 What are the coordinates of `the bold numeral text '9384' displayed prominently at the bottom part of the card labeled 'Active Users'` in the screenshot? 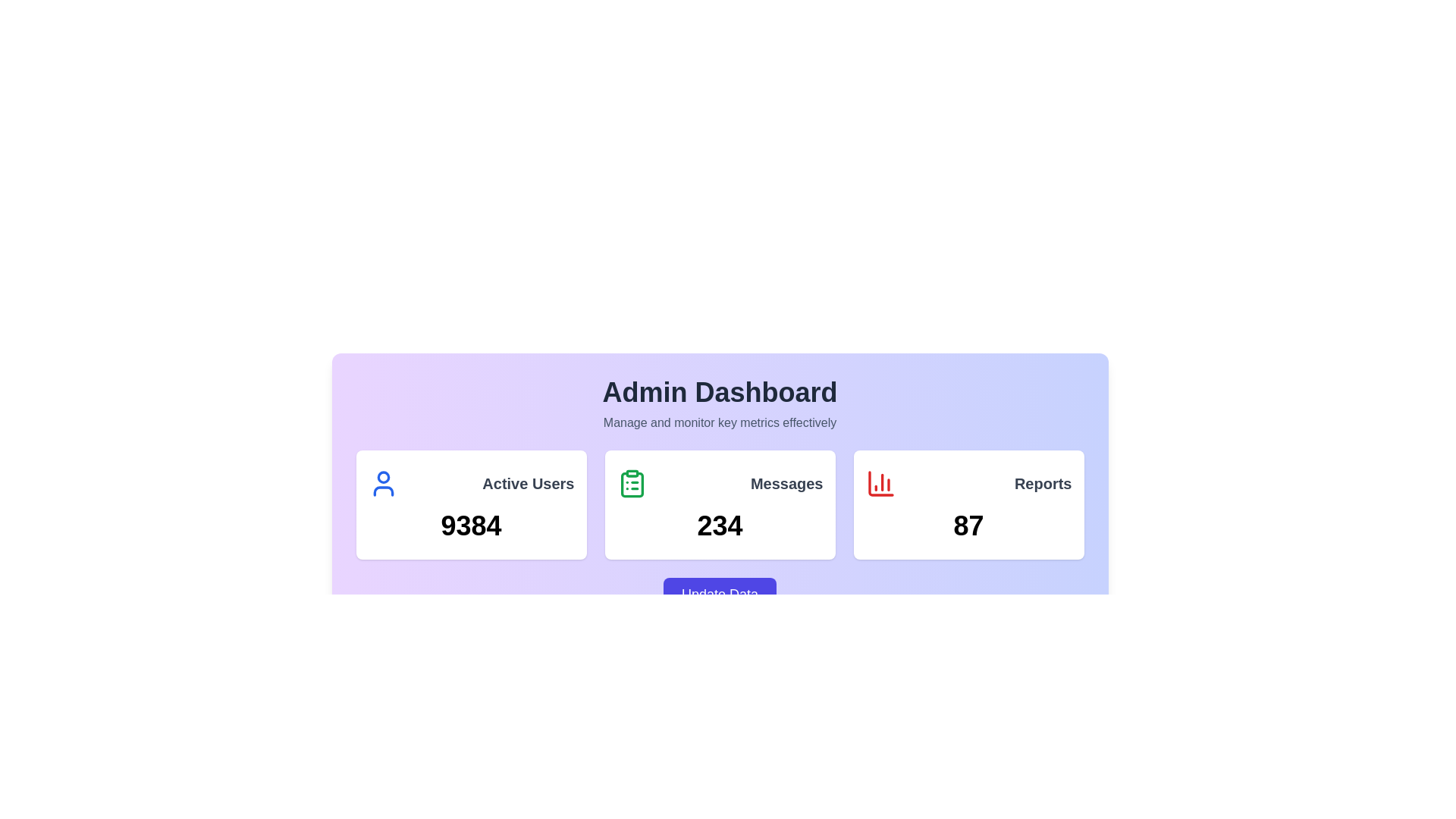 It's located at (470, 526).